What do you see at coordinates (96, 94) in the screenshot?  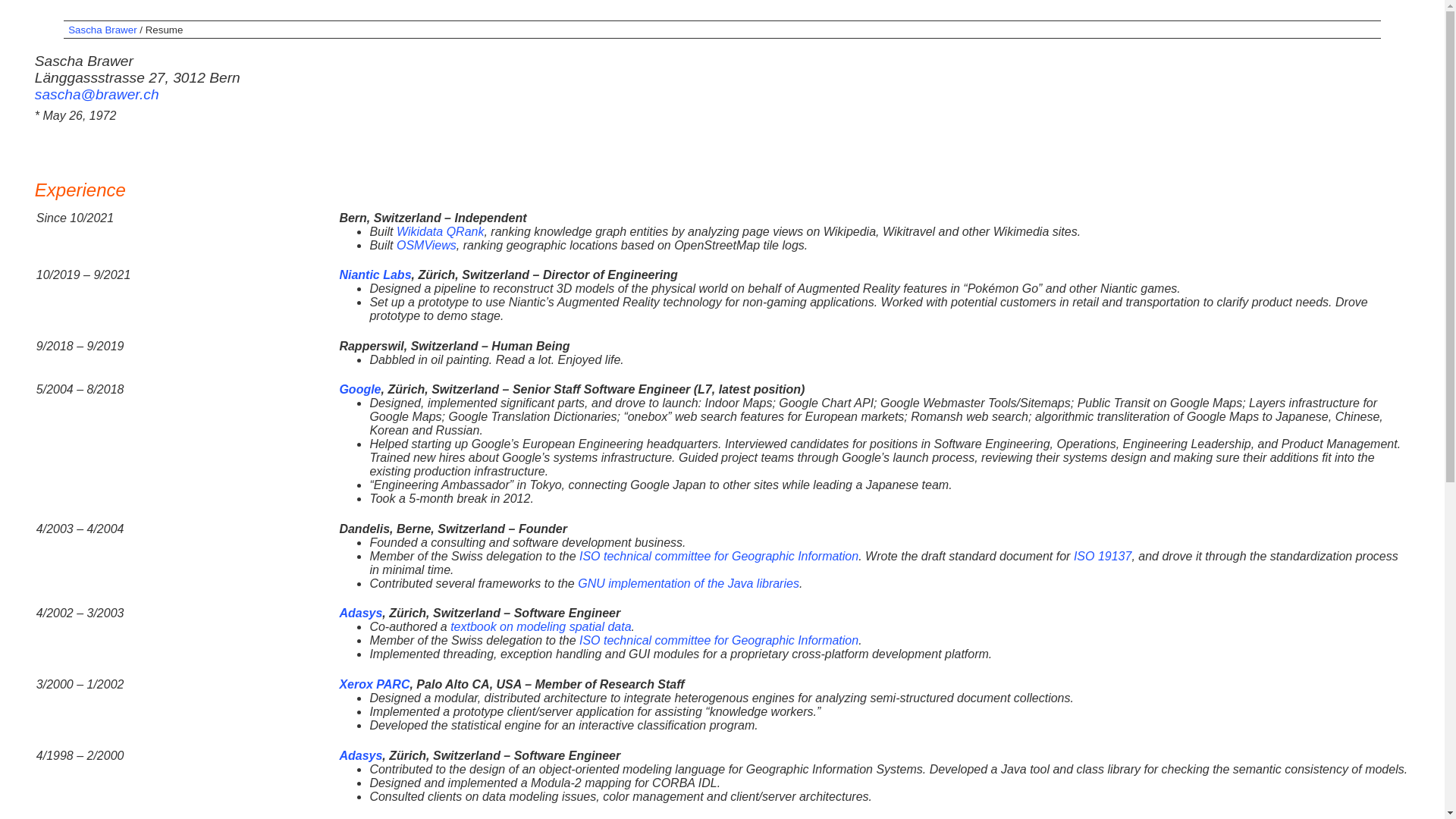 I see `'sascha@brawer.ch'` at bounding box center [96, 94].